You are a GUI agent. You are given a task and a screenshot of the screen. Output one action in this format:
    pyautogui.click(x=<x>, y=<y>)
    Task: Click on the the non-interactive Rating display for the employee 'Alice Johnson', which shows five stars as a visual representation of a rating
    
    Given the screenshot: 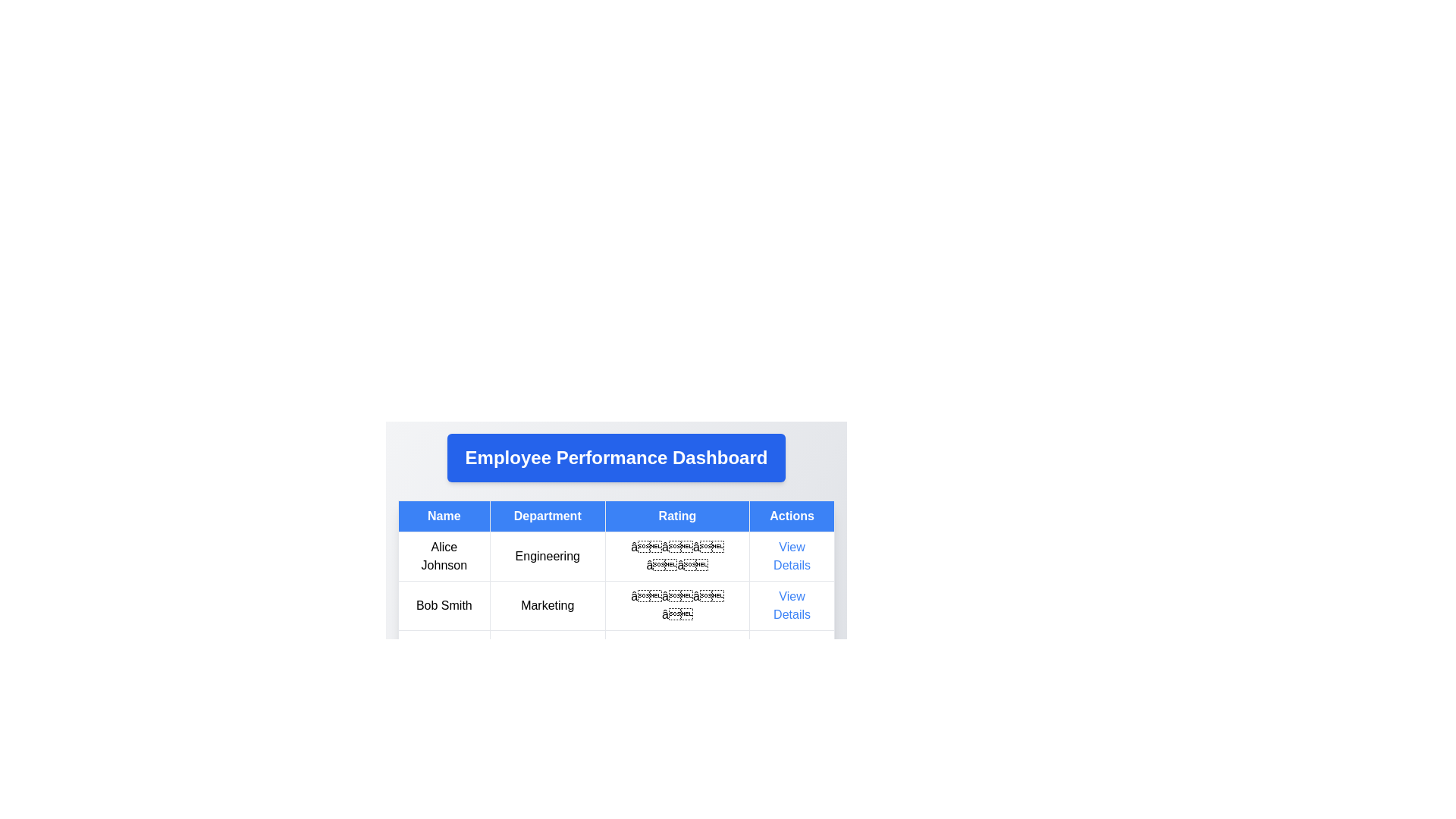 What is the action you would take?
    pyautogui.click(x=676, y=556)
    